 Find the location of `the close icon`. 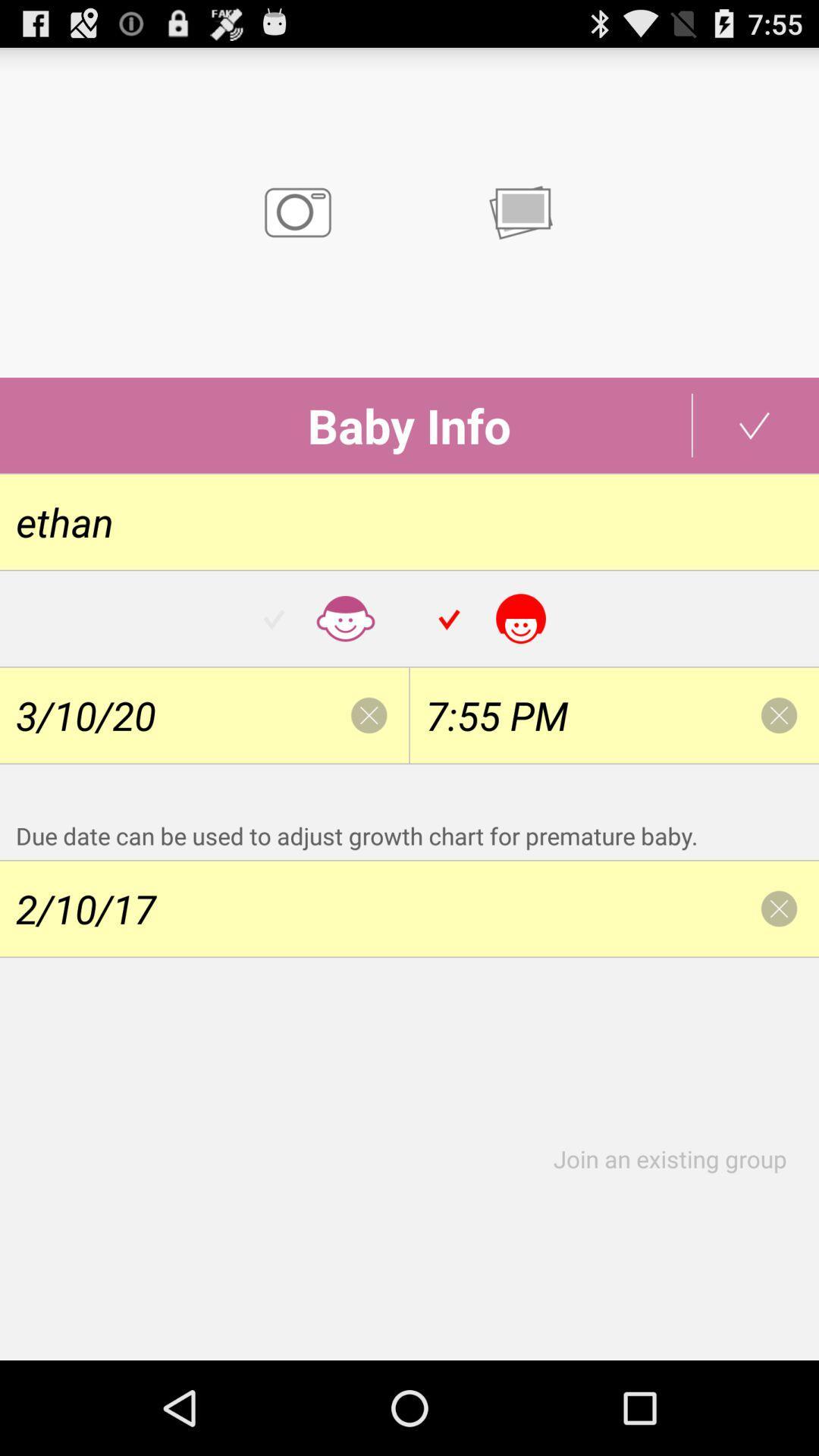

the close icon is located at coordinates (779, 765).